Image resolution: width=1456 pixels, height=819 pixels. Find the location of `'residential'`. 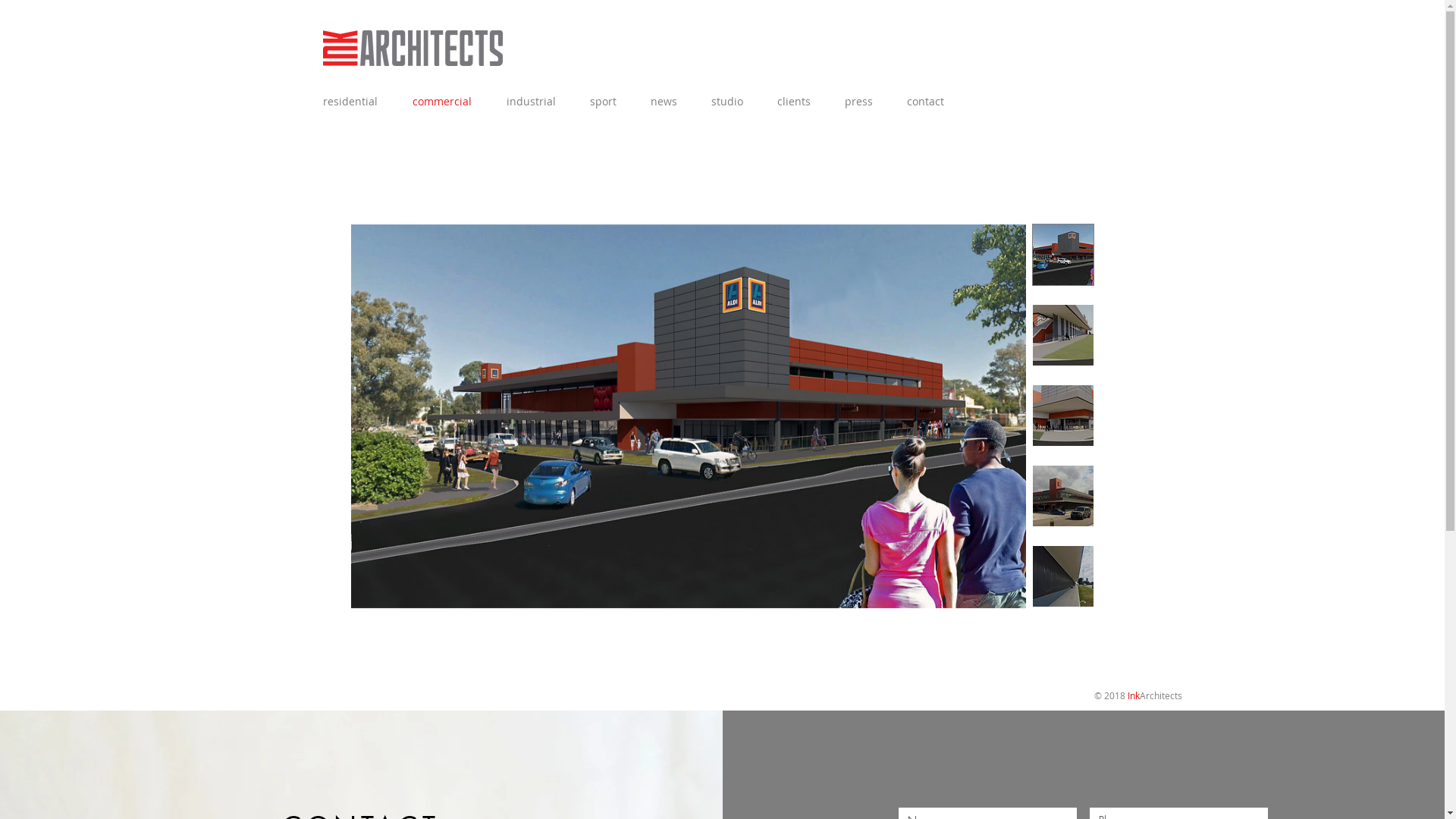

'residential' is located at coordinates (309, 101).